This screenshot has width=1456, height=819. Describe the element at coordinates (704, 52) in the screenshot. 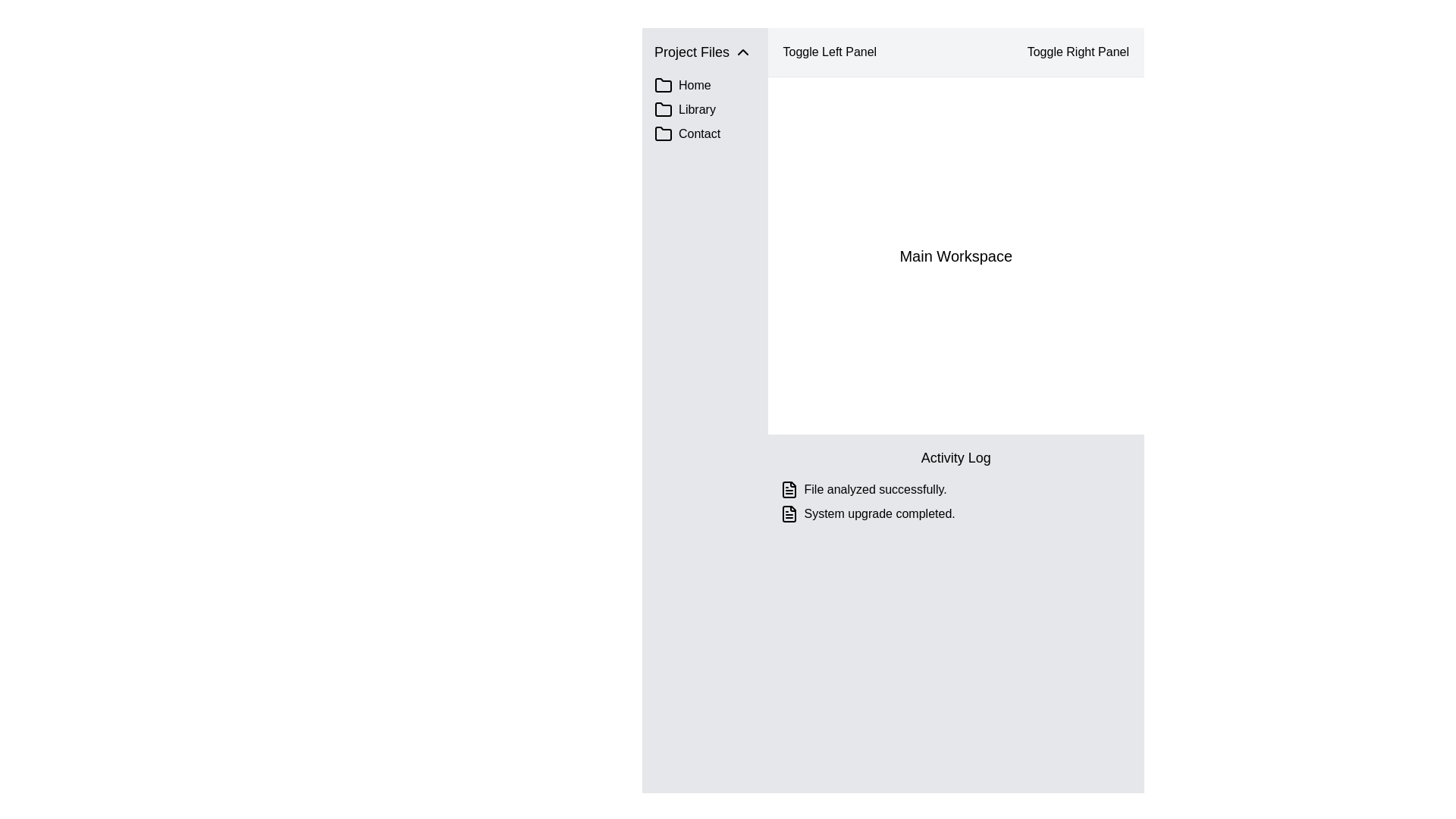

I see `the 'Project Files' Collapsible Section Header` at that location.